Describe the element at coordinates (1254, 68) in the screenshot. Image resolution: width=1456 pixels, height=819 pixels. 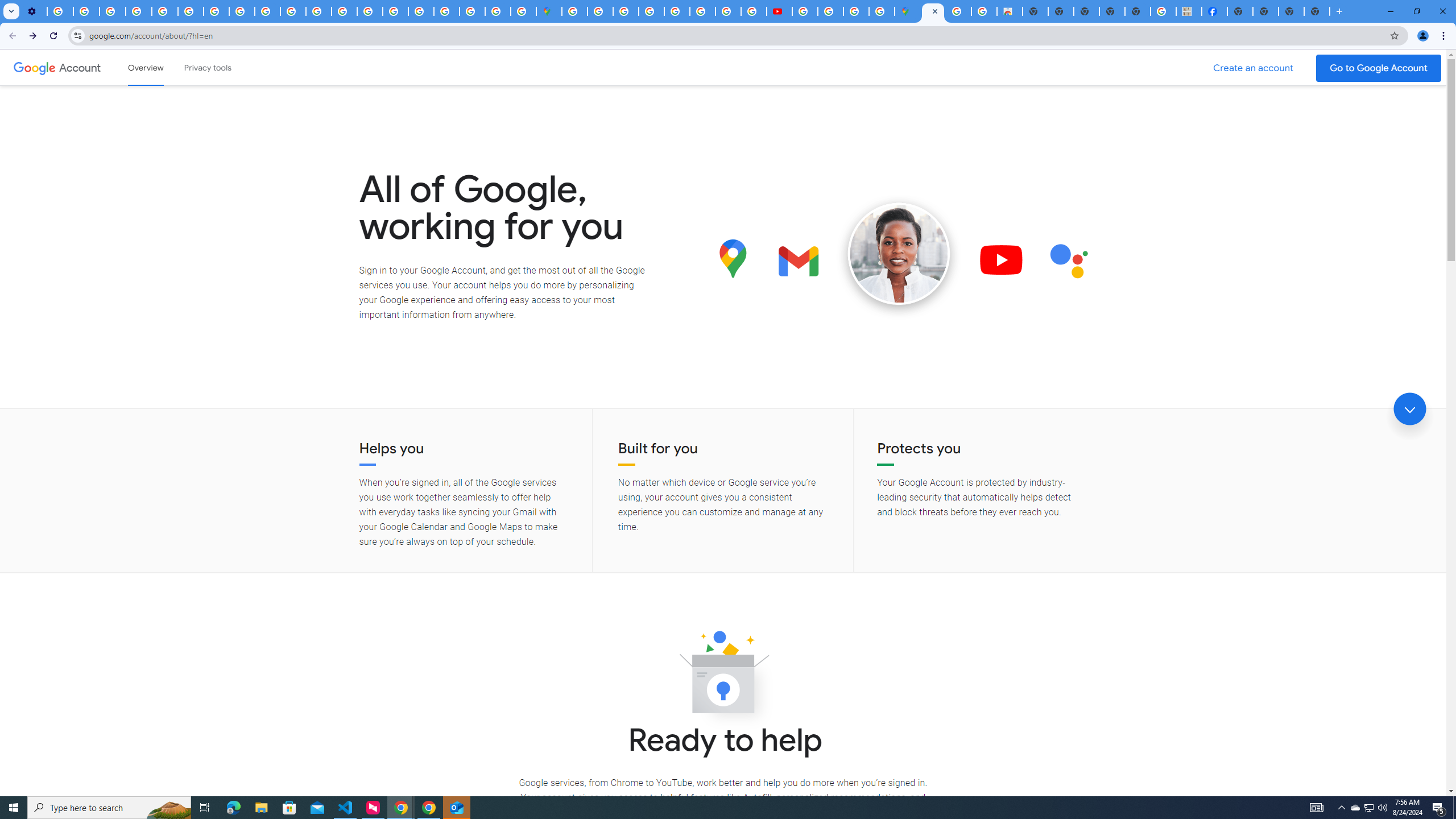
I see `'Create a Google Account'` at that location.